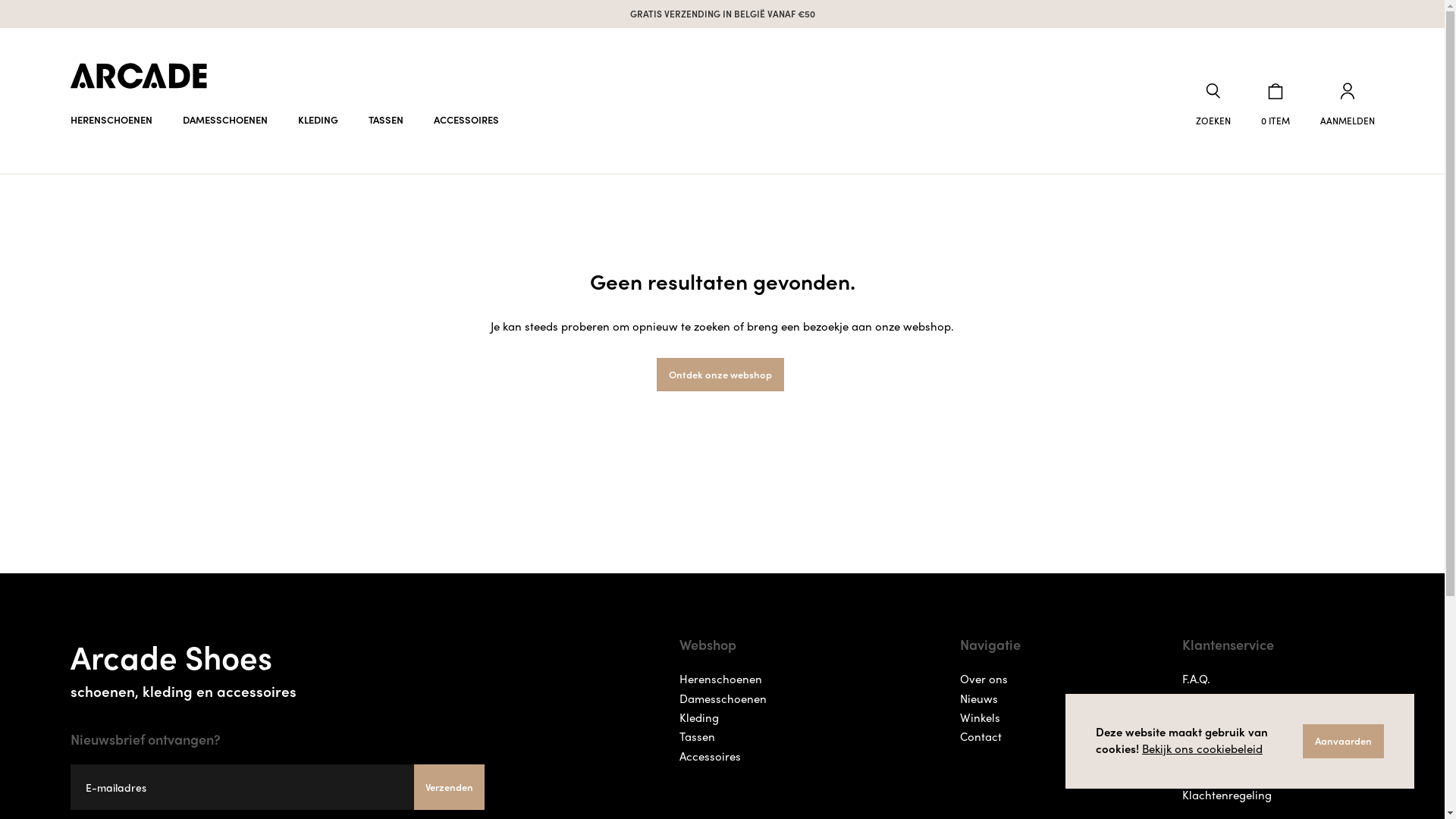  I want to click on 'Kleding', so click(698, 717).